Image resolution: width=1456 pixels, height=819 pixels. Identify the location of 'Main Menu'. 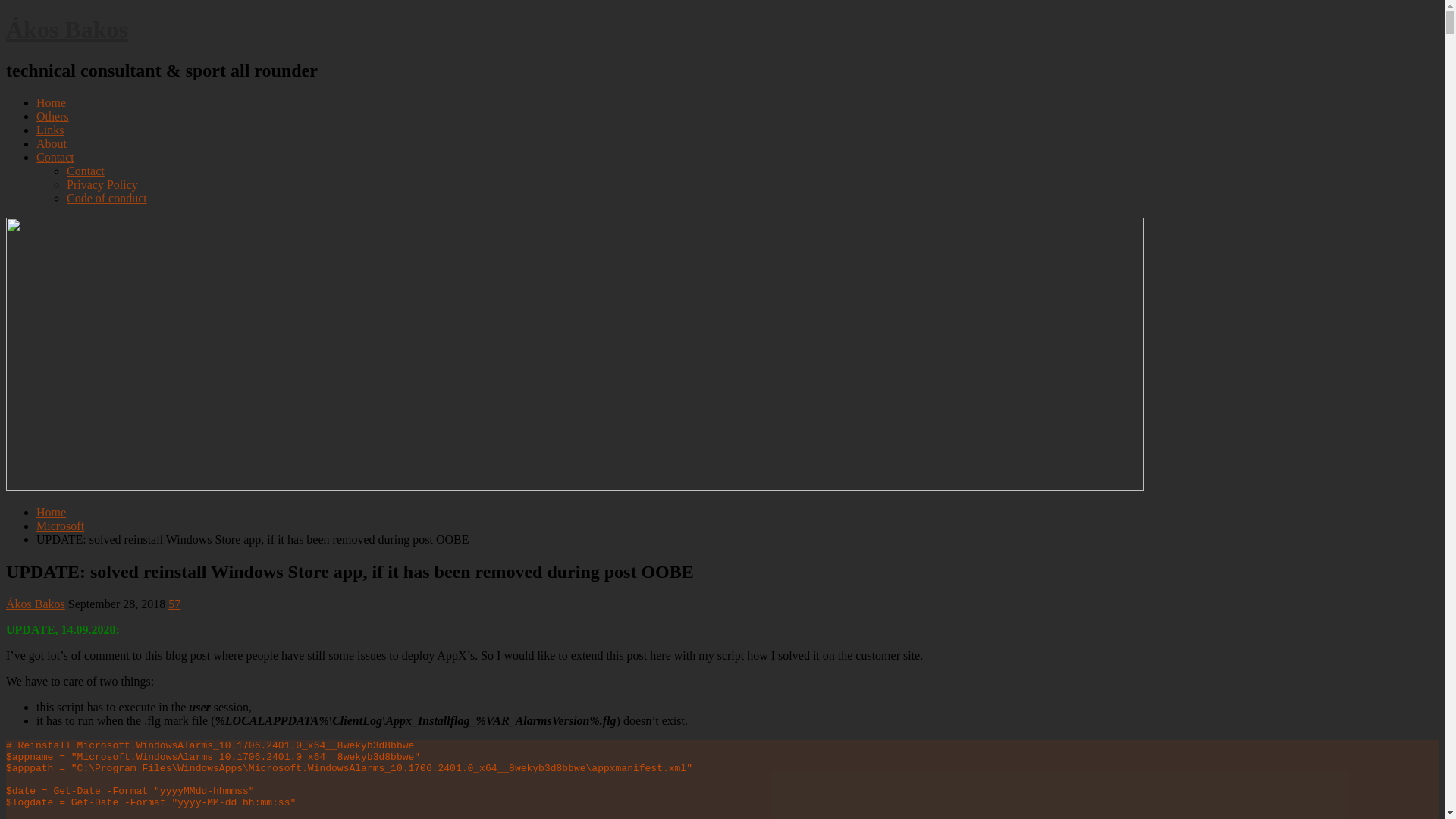
(5, 96).